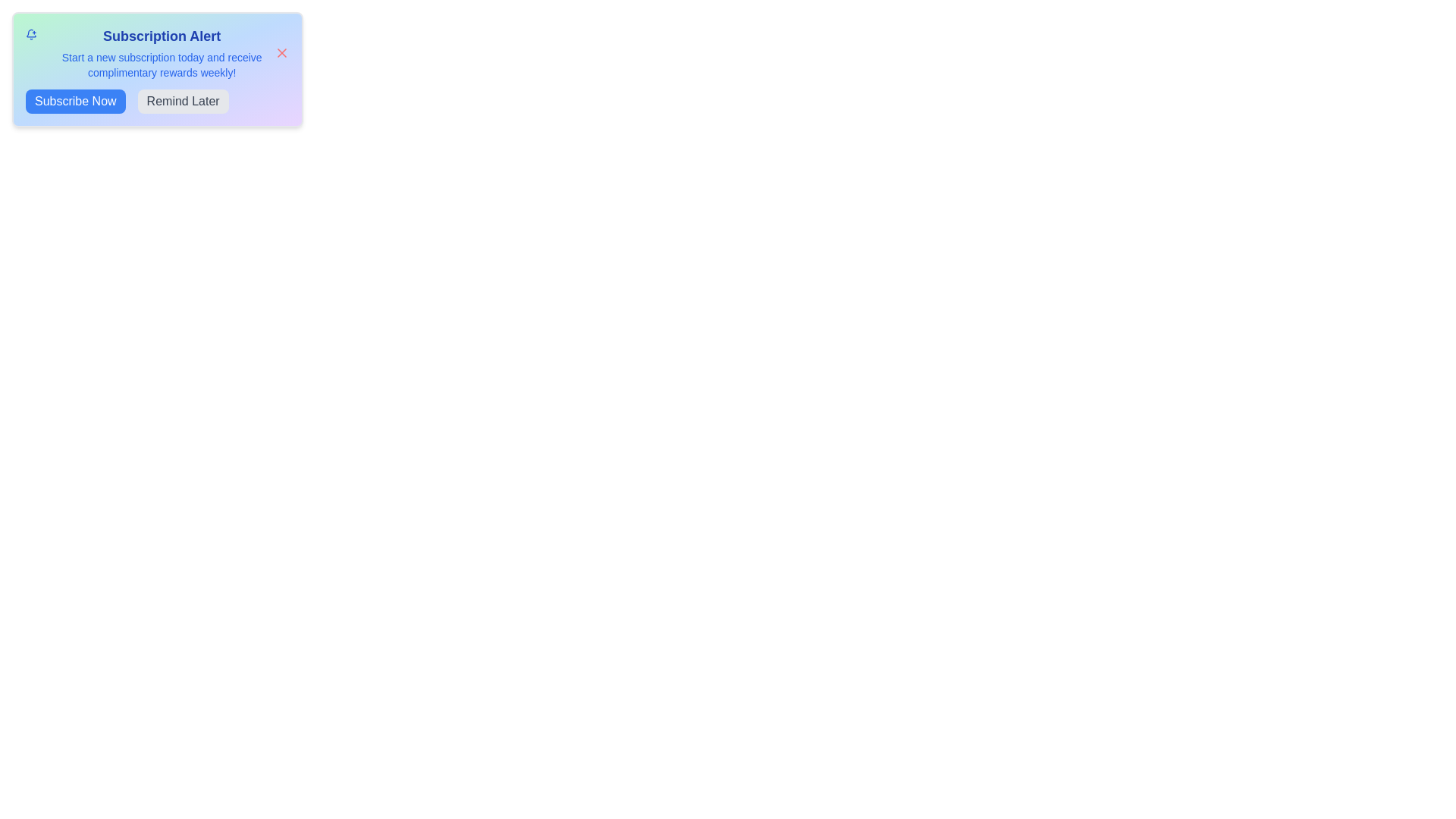 This screenshot has width=1456, height=819. I want to click on 'Remind Later' button, so click(182, 102).